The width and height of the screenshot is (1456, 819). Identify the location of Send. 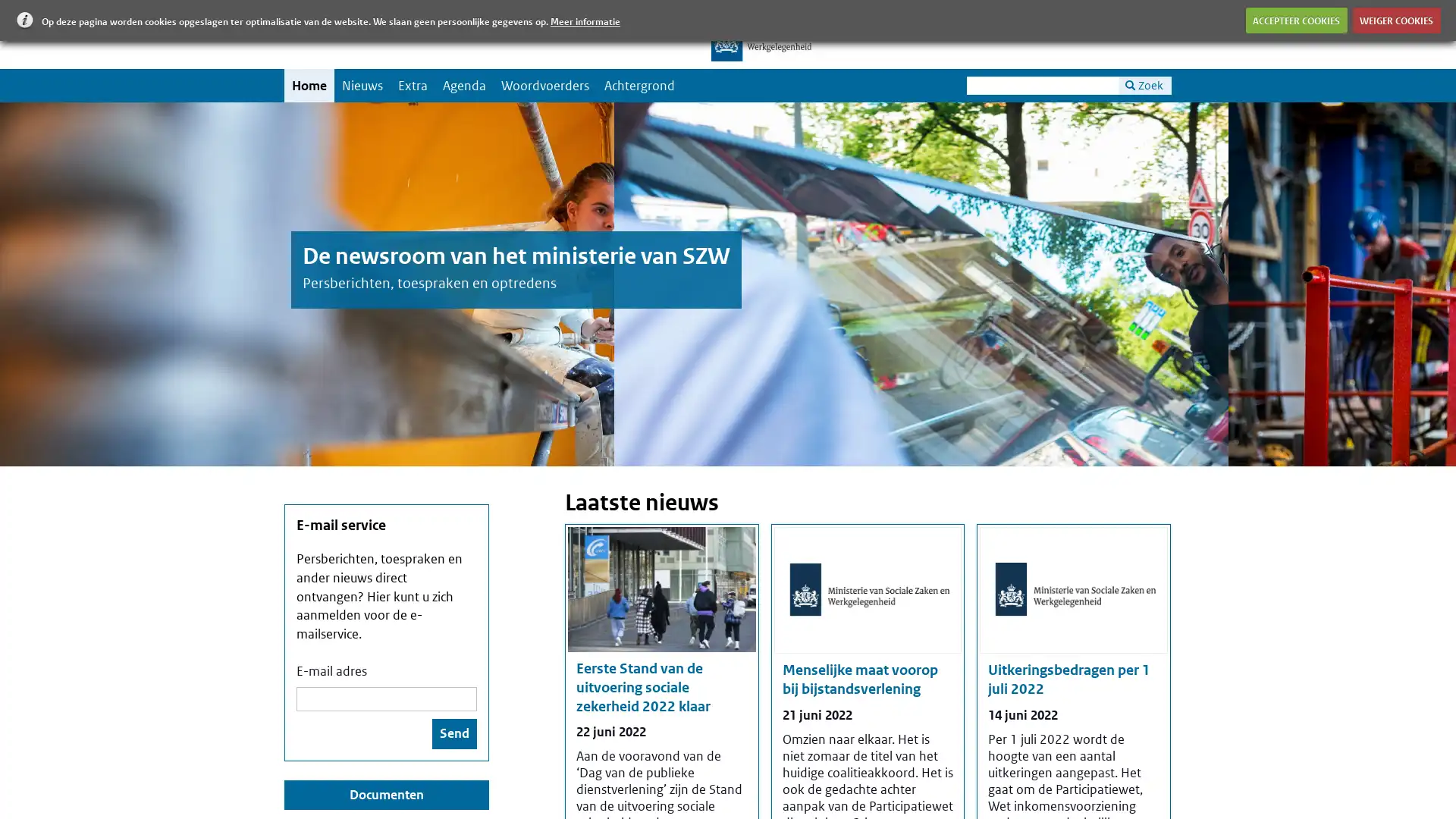
(453, 733).